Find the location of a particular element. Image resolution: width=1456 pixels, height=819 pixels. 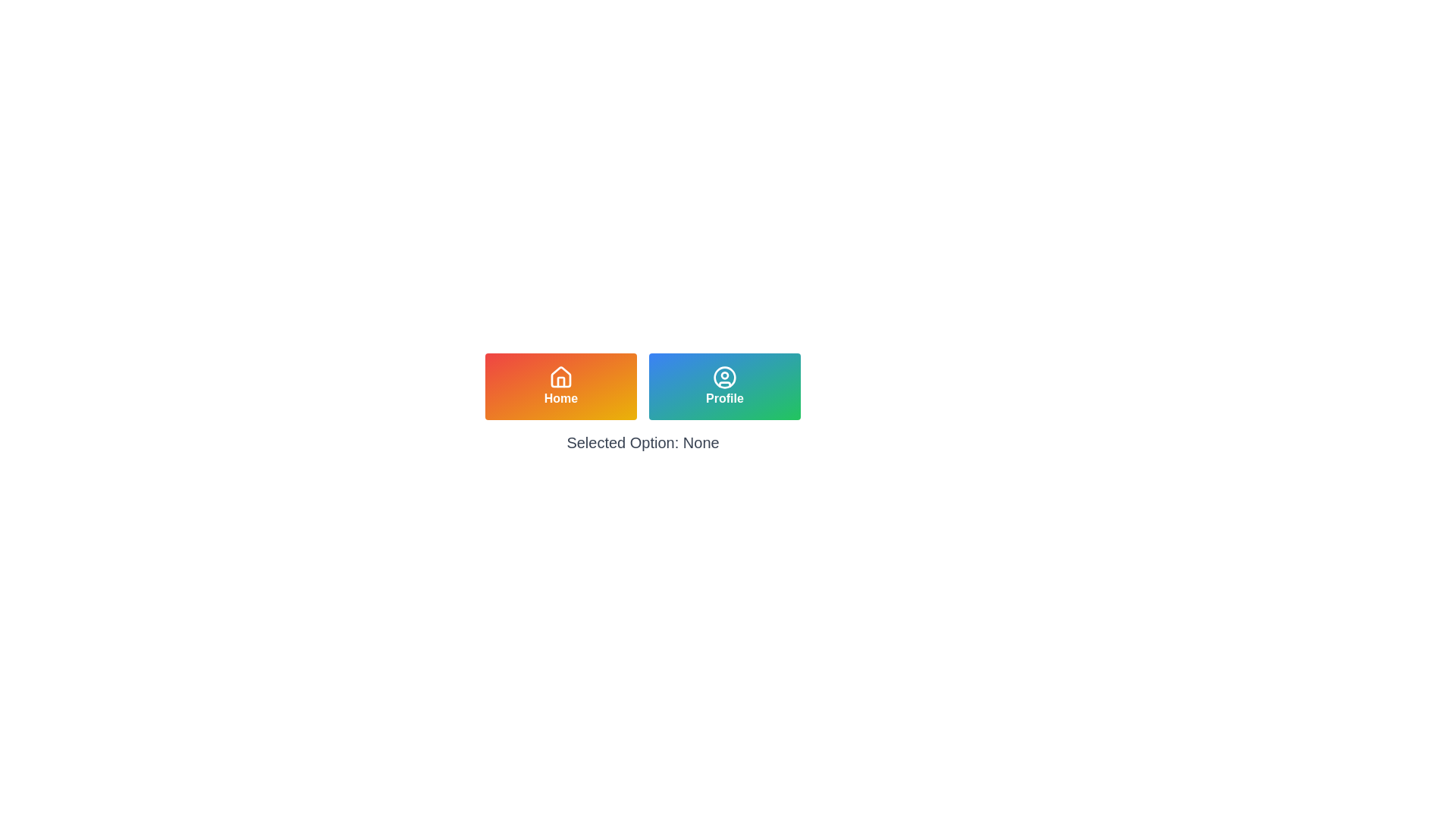

the rectangular button with a gradient background transitioning from red to yellow, which contains a white house icon and the text 'Home' is located at coordinates (560, 385).